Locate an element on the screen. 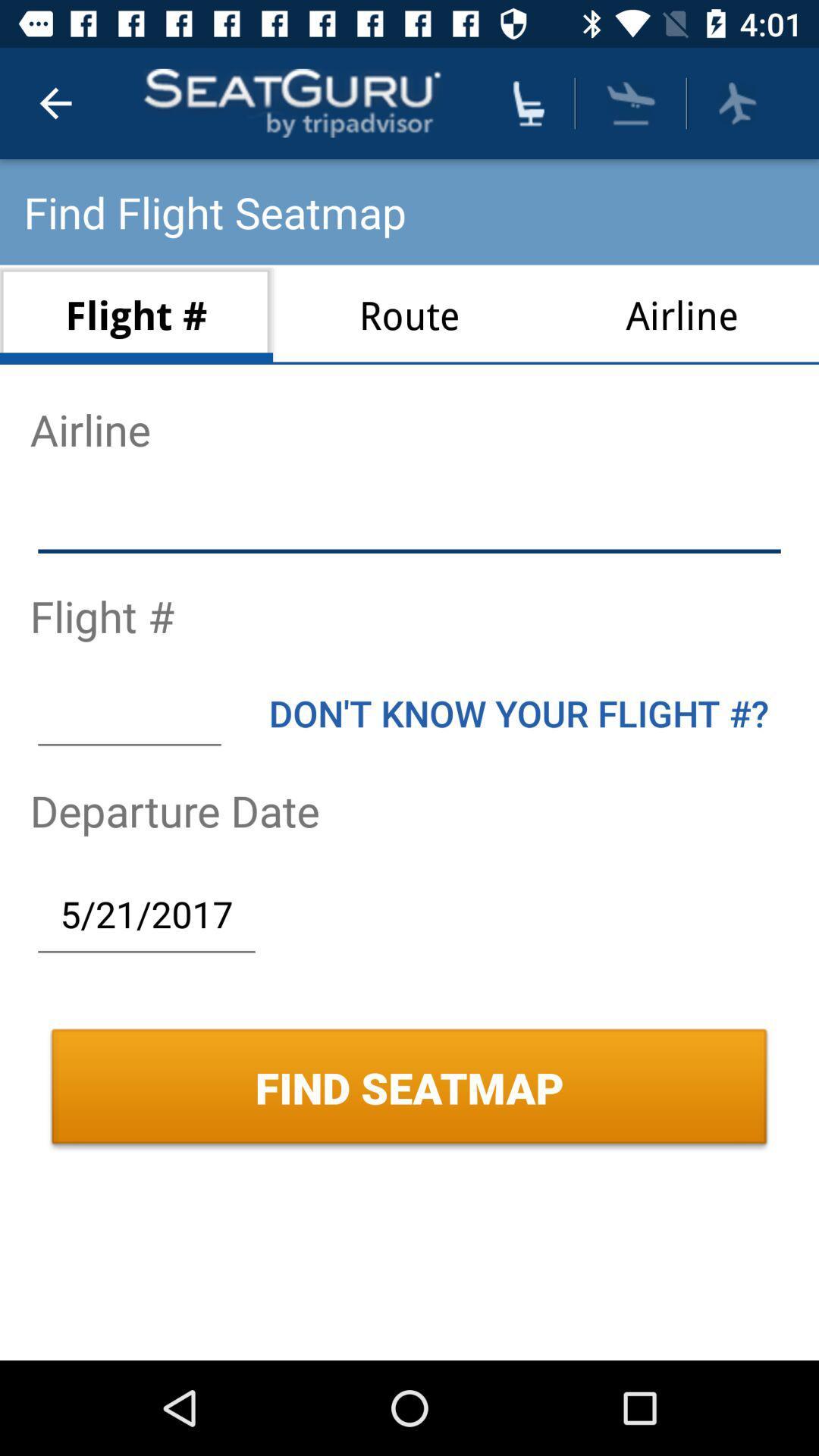  the icon below the departure date is located at coordinates (146, 913).